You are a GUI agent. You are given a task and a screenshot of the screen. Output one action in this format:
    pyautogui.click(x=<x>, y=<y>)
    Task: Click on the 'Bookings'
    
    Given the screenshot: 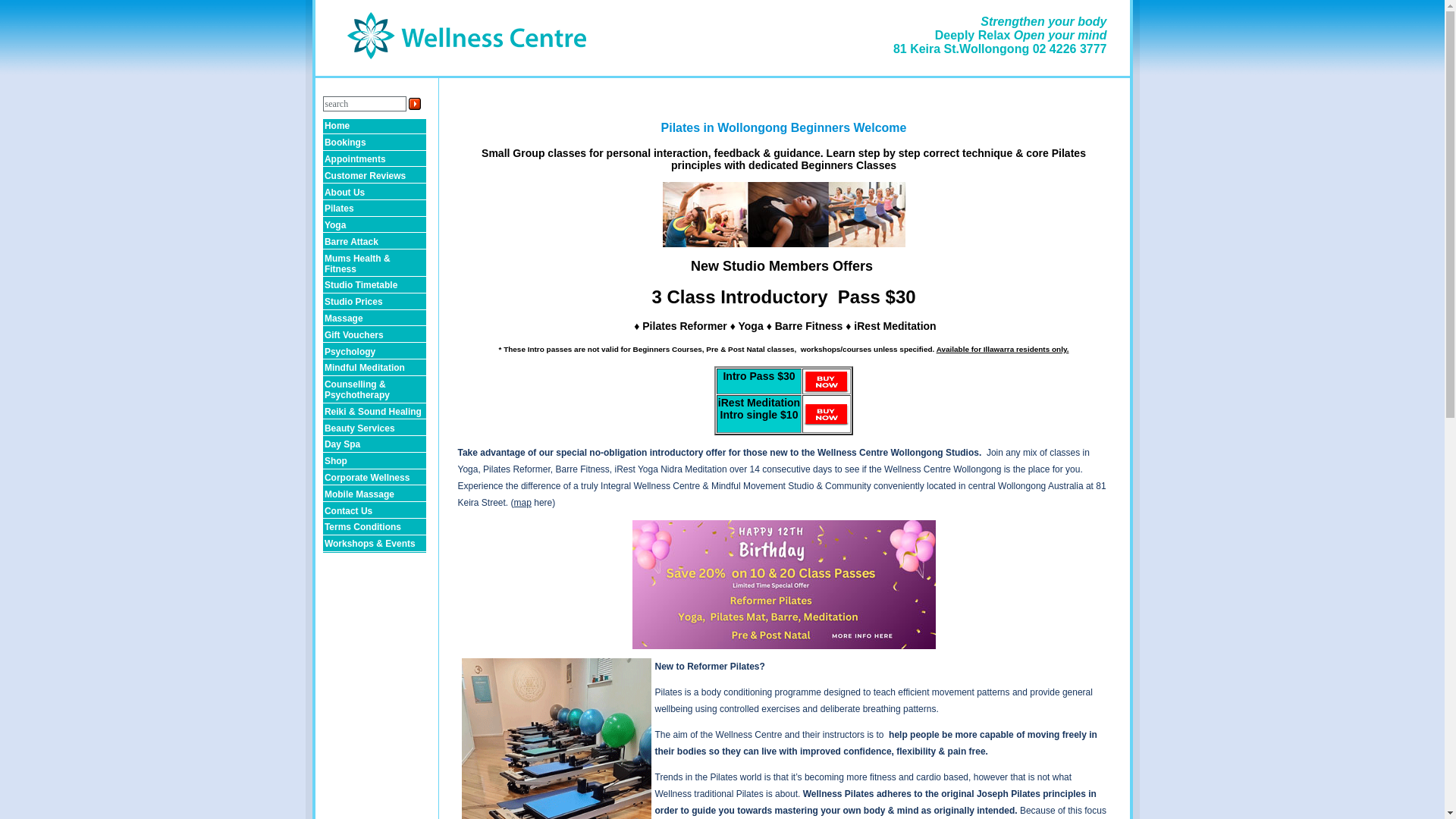 What is the action you would take?
    pyautogui.click(x=375, y=143)
    